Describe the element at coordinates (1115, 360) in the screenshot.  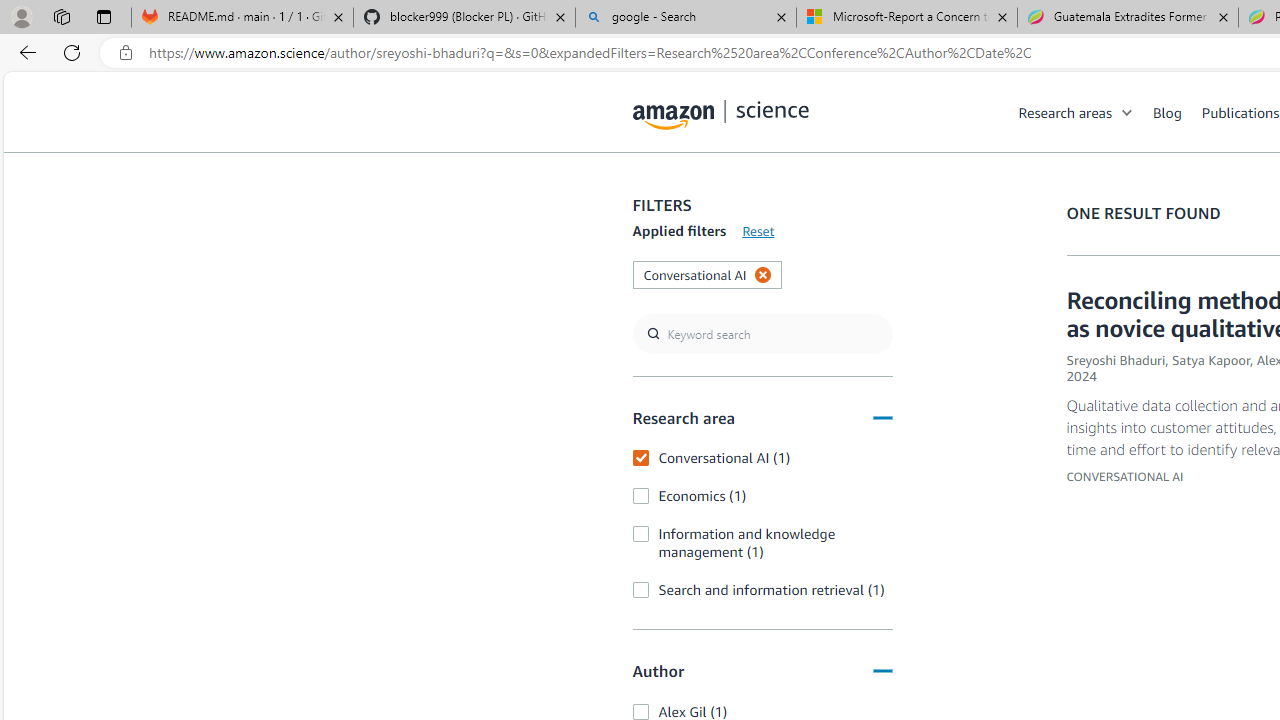
I see `'Sreyoshi Bhaduri'` at that location.